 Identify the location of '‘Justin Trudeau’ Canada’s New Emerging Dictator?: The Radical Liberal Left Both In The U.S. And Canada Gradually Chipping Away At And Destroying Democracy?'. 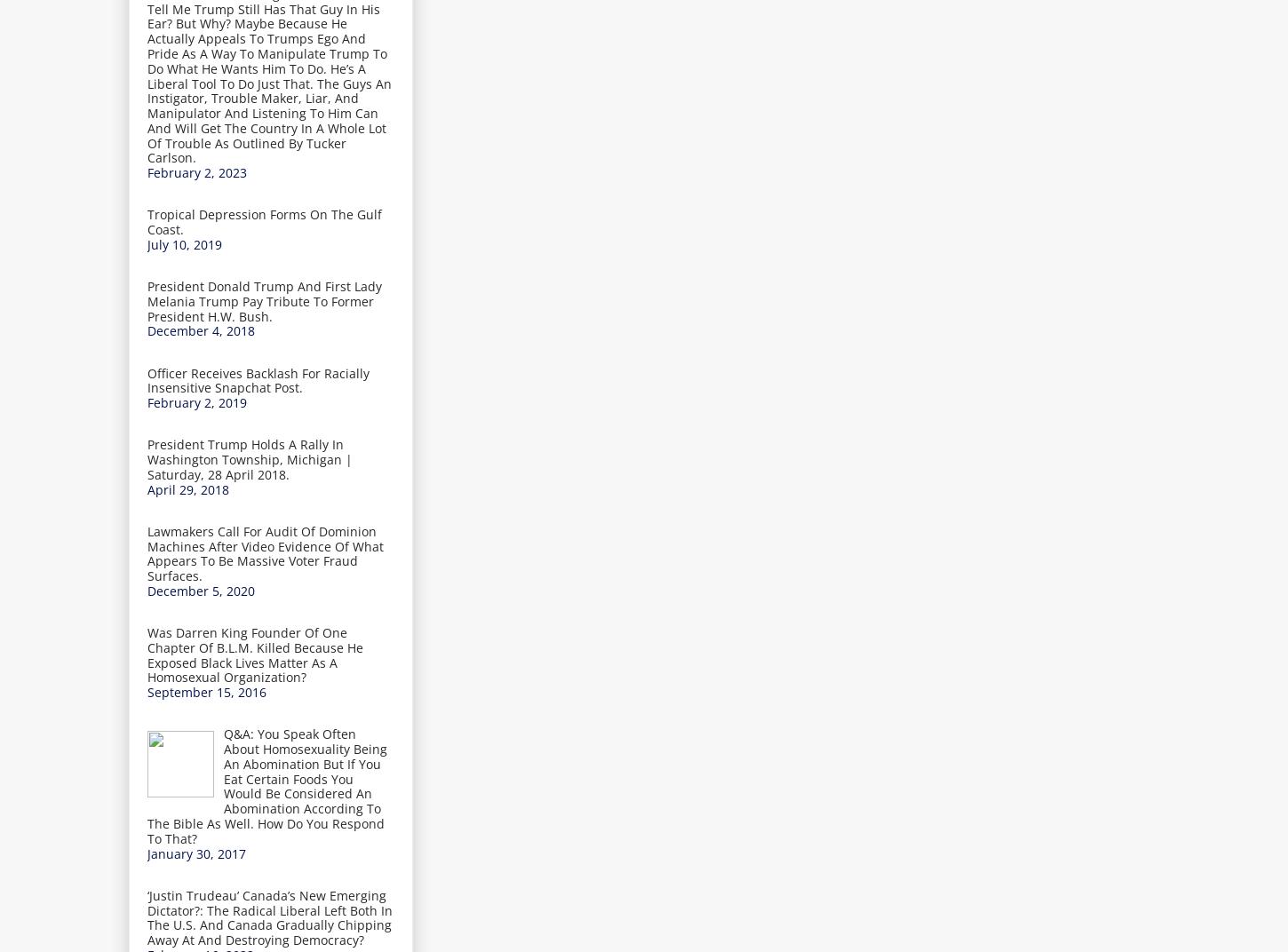
(270, 916).